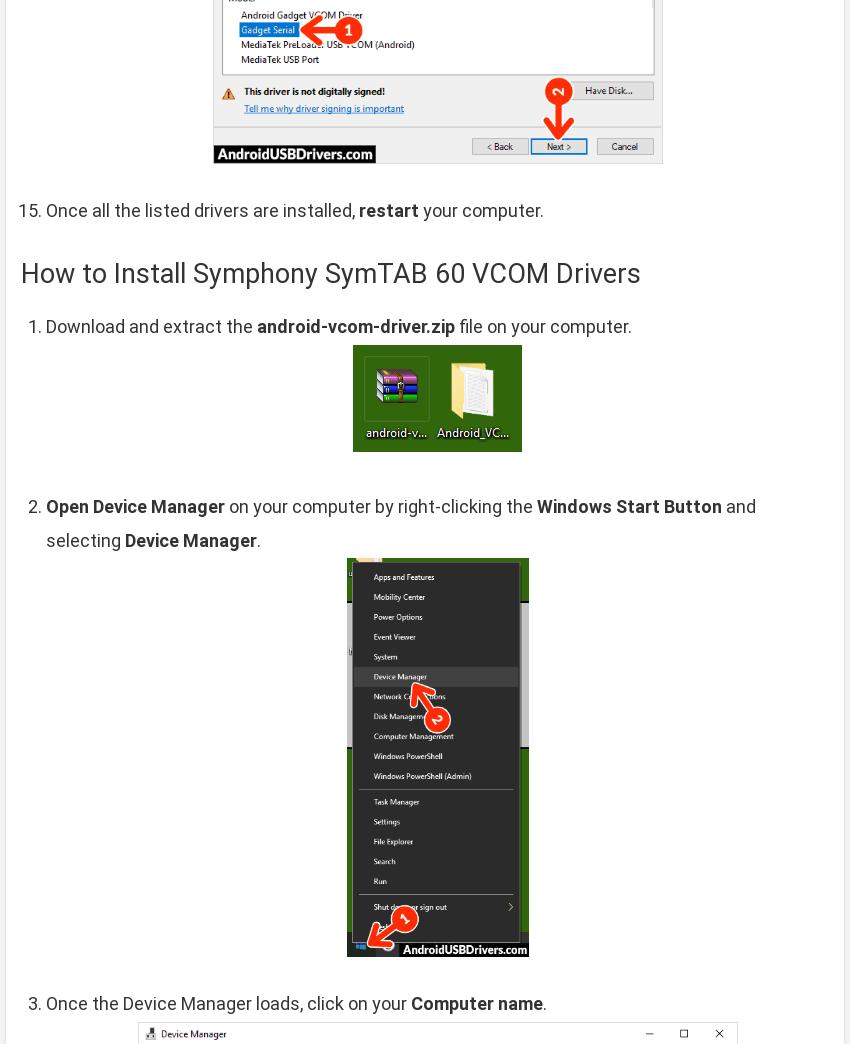 Image resolution: width=850 pixels, height=1044 pixels. I want to click on 'Once all the listed drivers are installed,', so click(201, 209).